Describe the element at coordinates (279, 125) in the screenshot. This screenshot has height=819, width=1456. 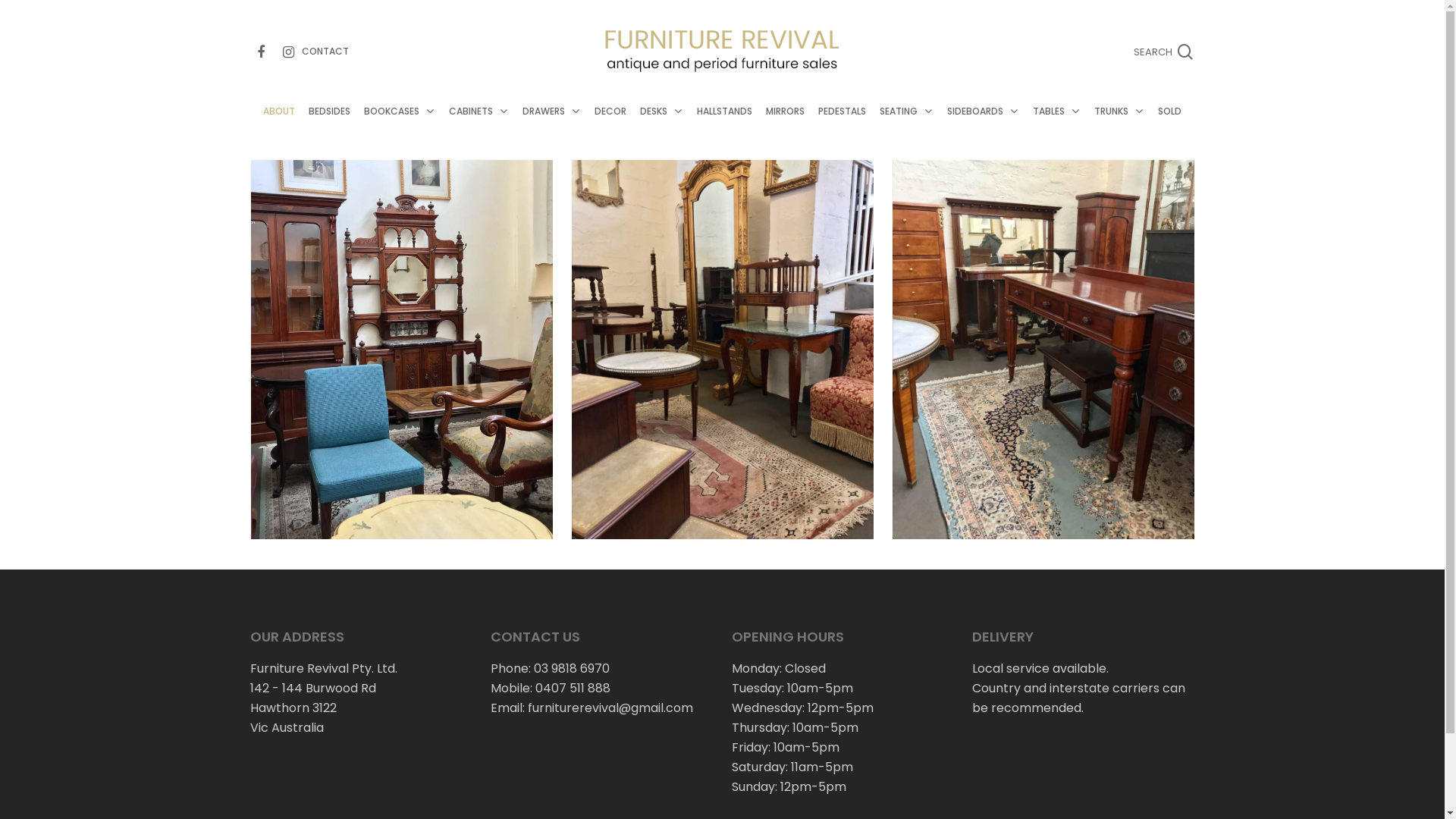
I see `'ABOUT'` at that location.